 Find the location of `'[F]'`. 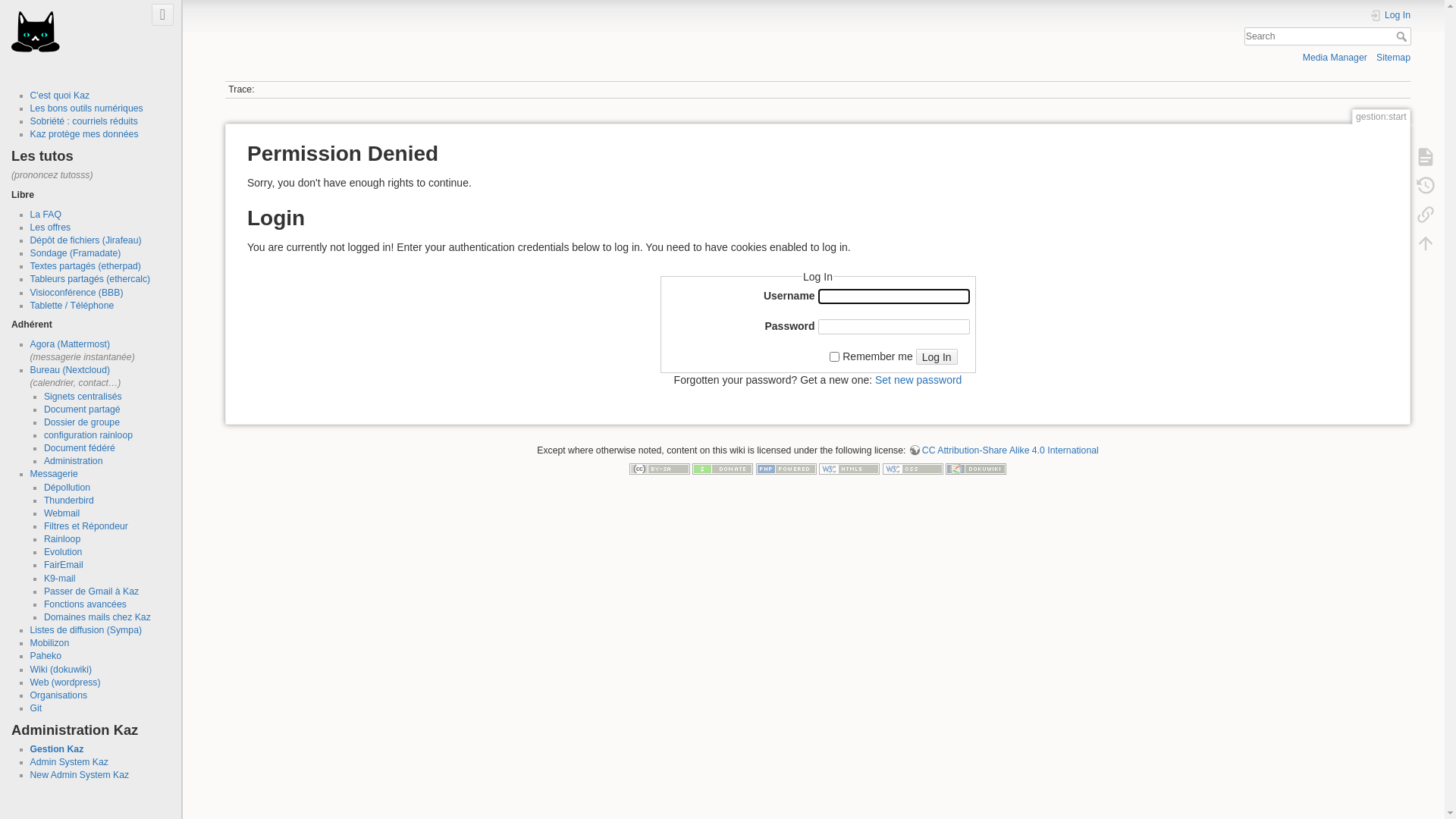

'[F]' is located at coordinates (1244, 36).